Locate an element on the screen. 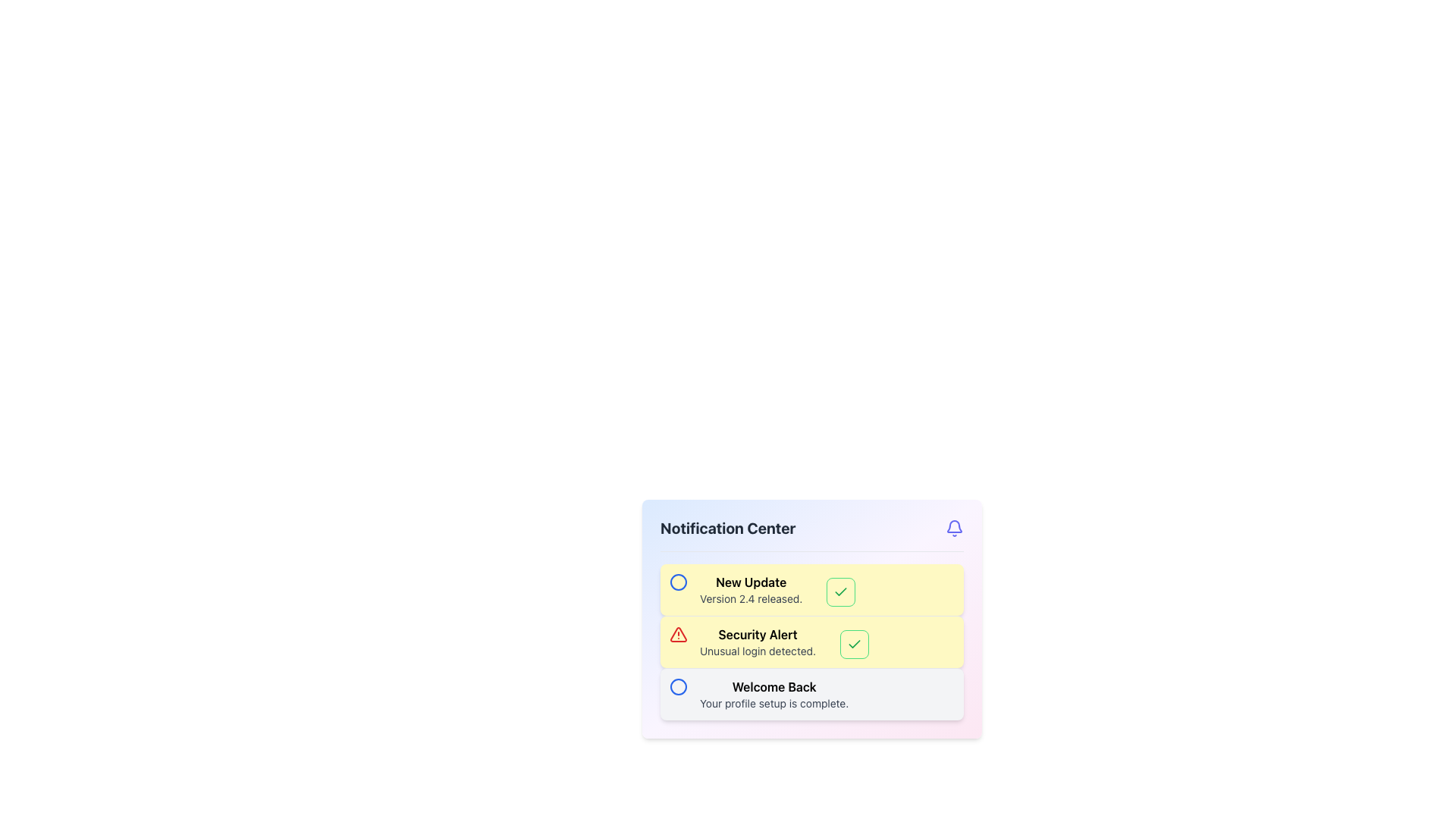 This screenshot has height=819, width=1456. the verification icon located to the right of the 'New Update' notification in the 'Notification Center' is located at coordinates (855, 644).